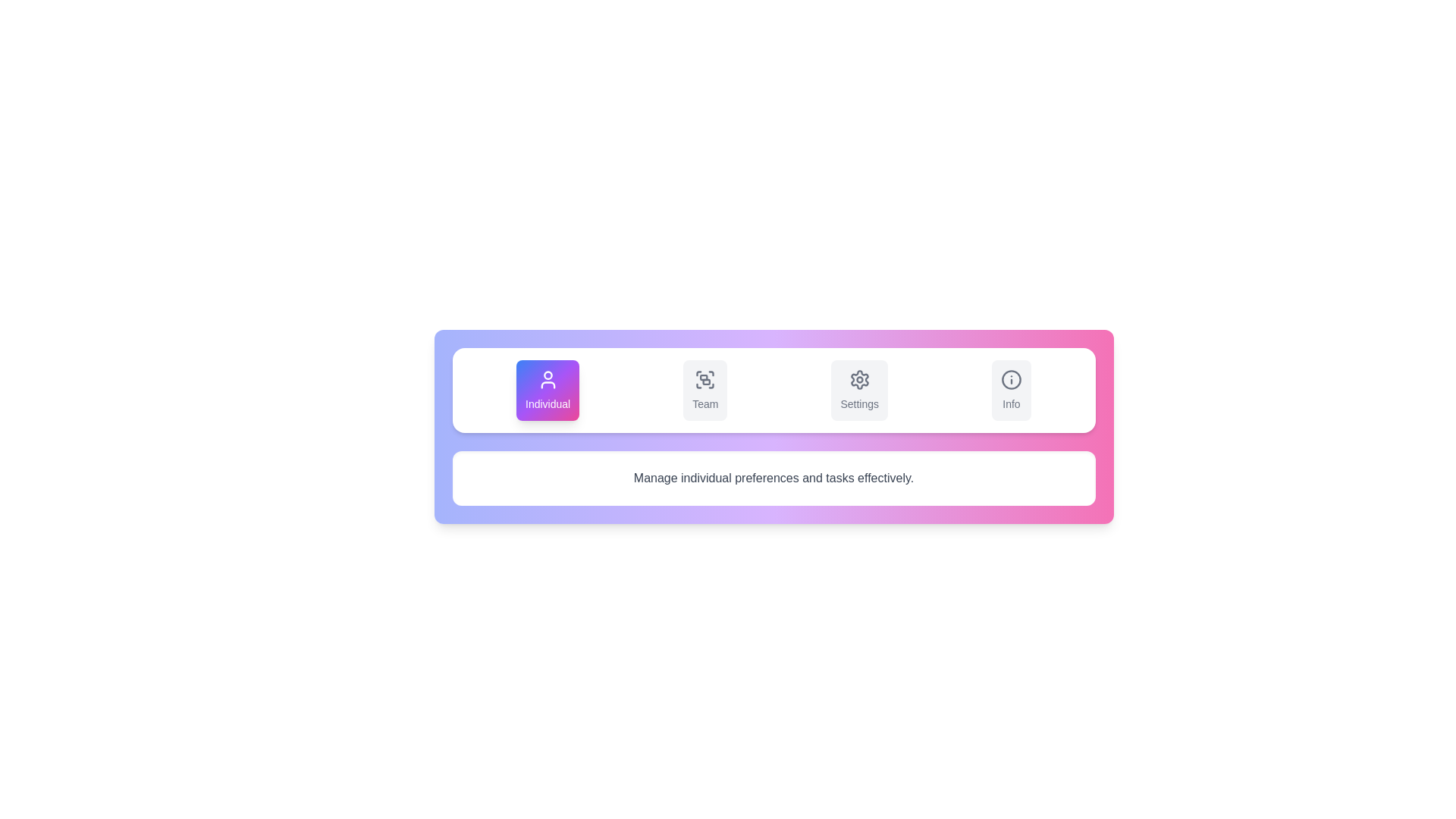 This screenshot has width=1456, height=819. Describe the element at coordinates (547, 379) in the screenshot. I see `the user icon located on the button labeled 'Individual', which is centered within the button at the coordinates provided` at that location.